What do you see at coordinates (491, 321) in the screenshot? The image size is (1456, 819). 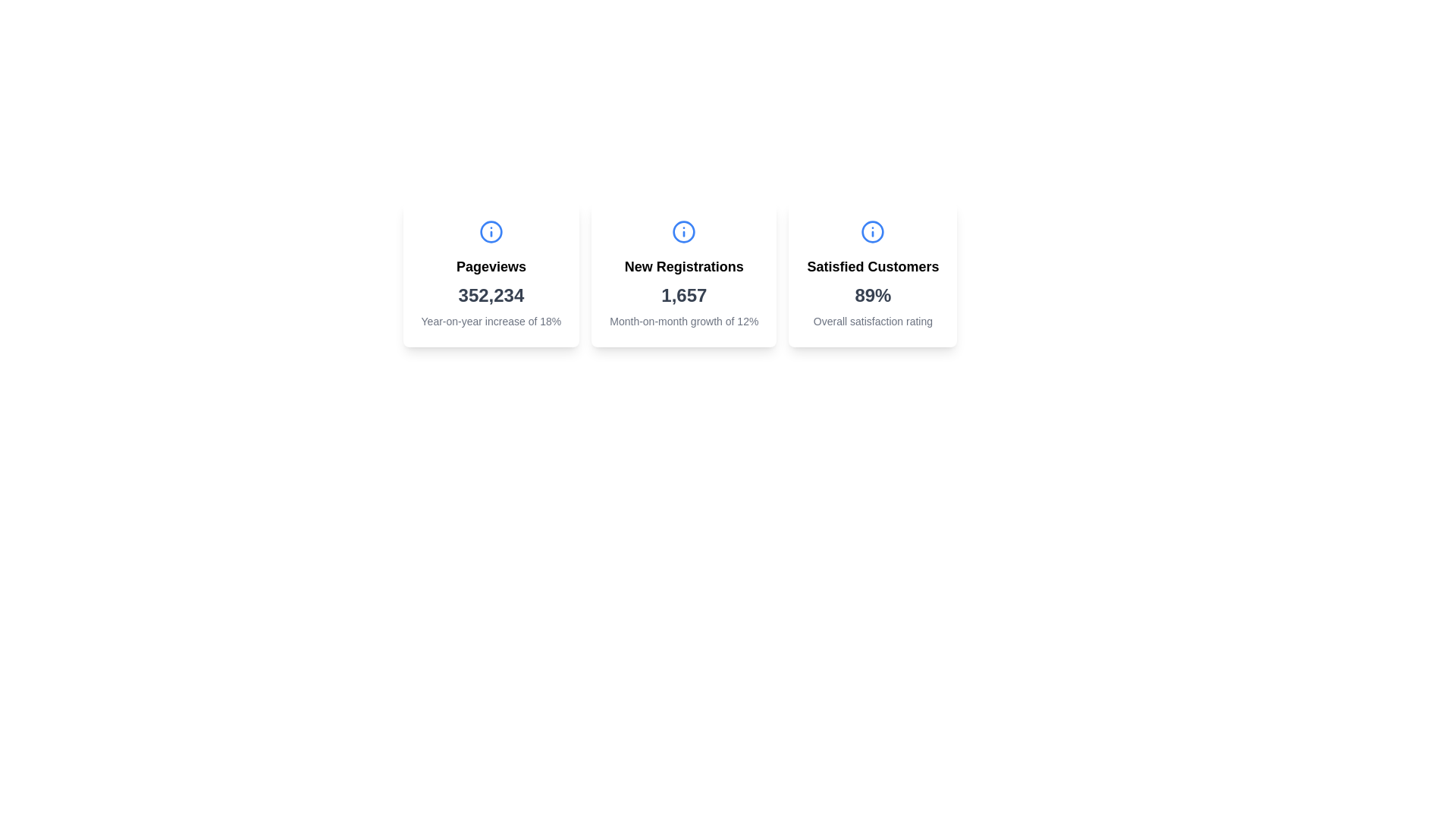 I see `the text label displaying 'Year-on-year increase of 18%'` at bounding box center [491, 321].